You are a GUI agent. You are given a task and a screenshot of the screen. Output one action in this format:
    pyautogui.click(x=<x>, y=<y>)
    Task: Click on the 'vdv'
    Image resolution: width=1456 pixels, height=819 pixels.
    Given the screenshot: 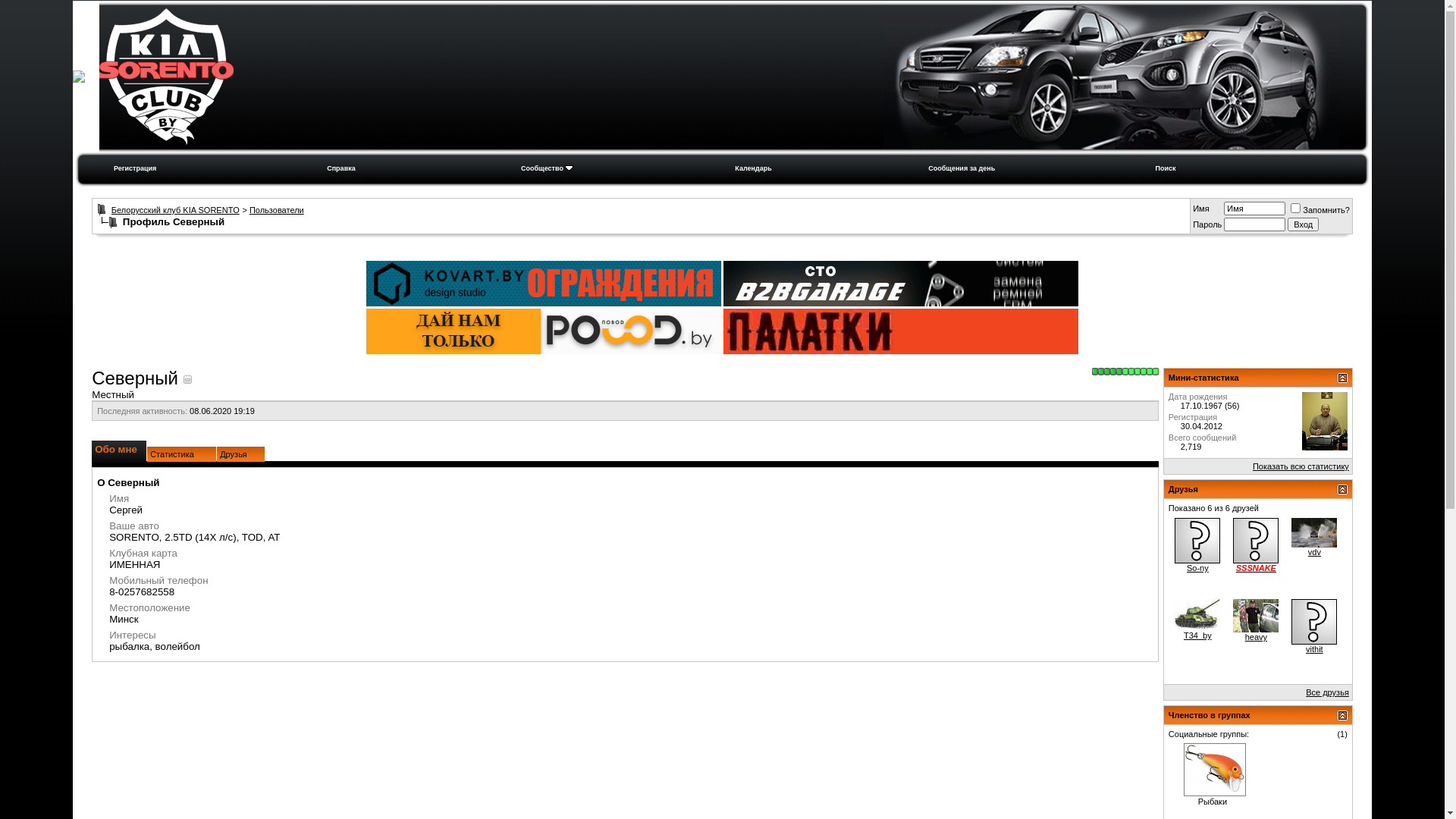 What is the action you would take?
    pyautogui.click(x=1313, y=552)
    